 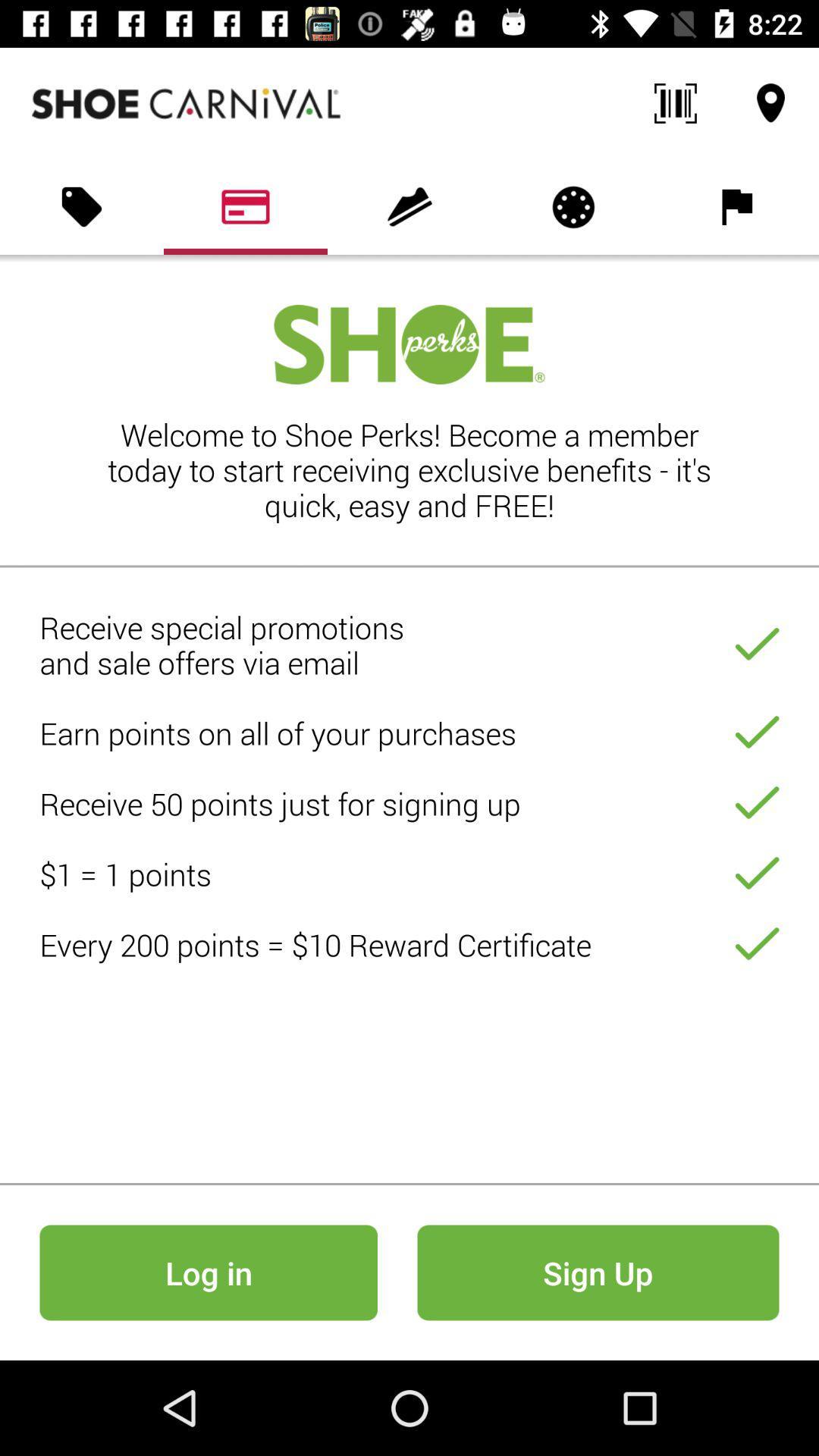 What do you see at coordinates (185, 103) in the screenshot?
I see `shoe carnival` at bounding box center [185, 103].